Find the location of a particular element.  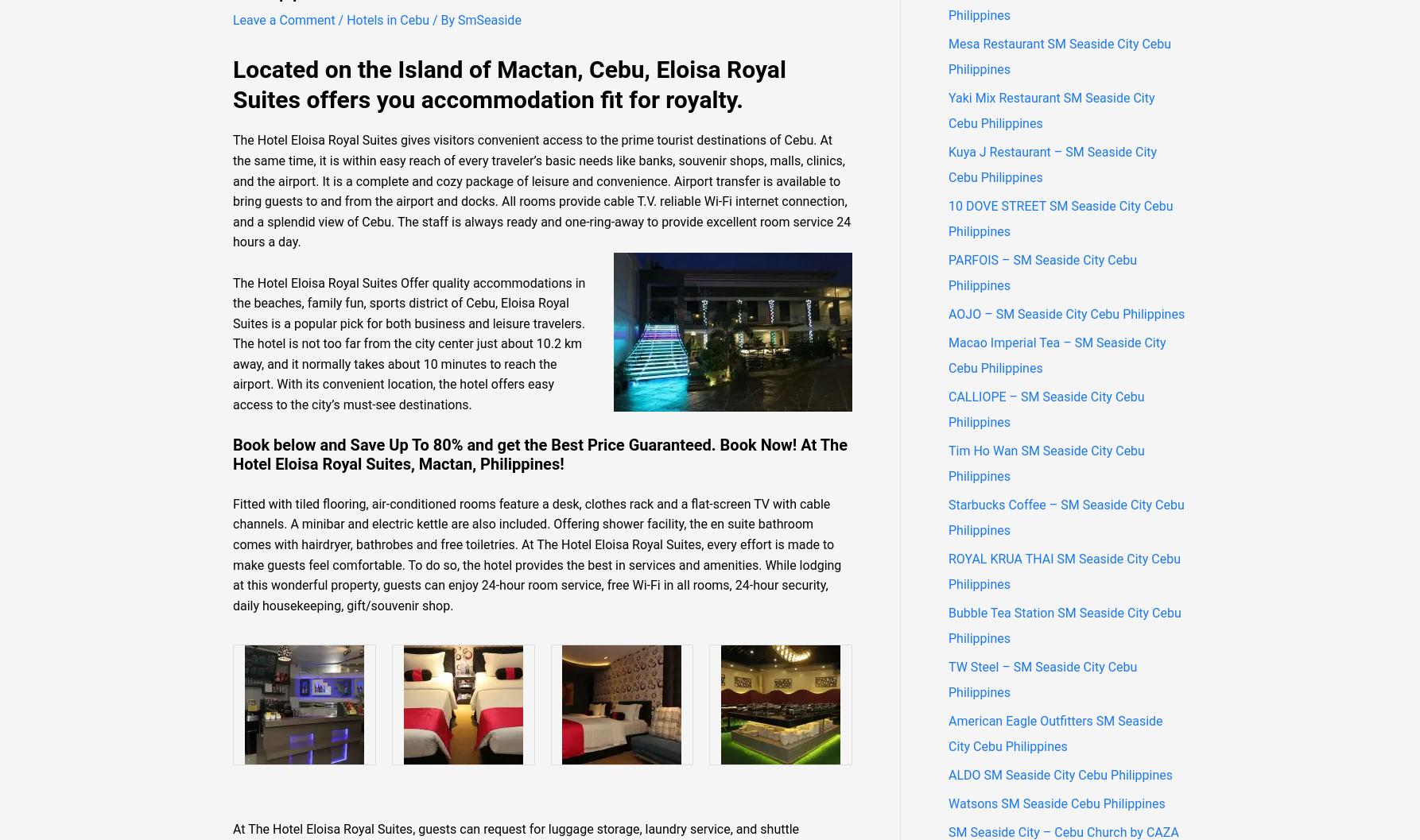

'Leave a Comment' is located at coordinates (232, 20).